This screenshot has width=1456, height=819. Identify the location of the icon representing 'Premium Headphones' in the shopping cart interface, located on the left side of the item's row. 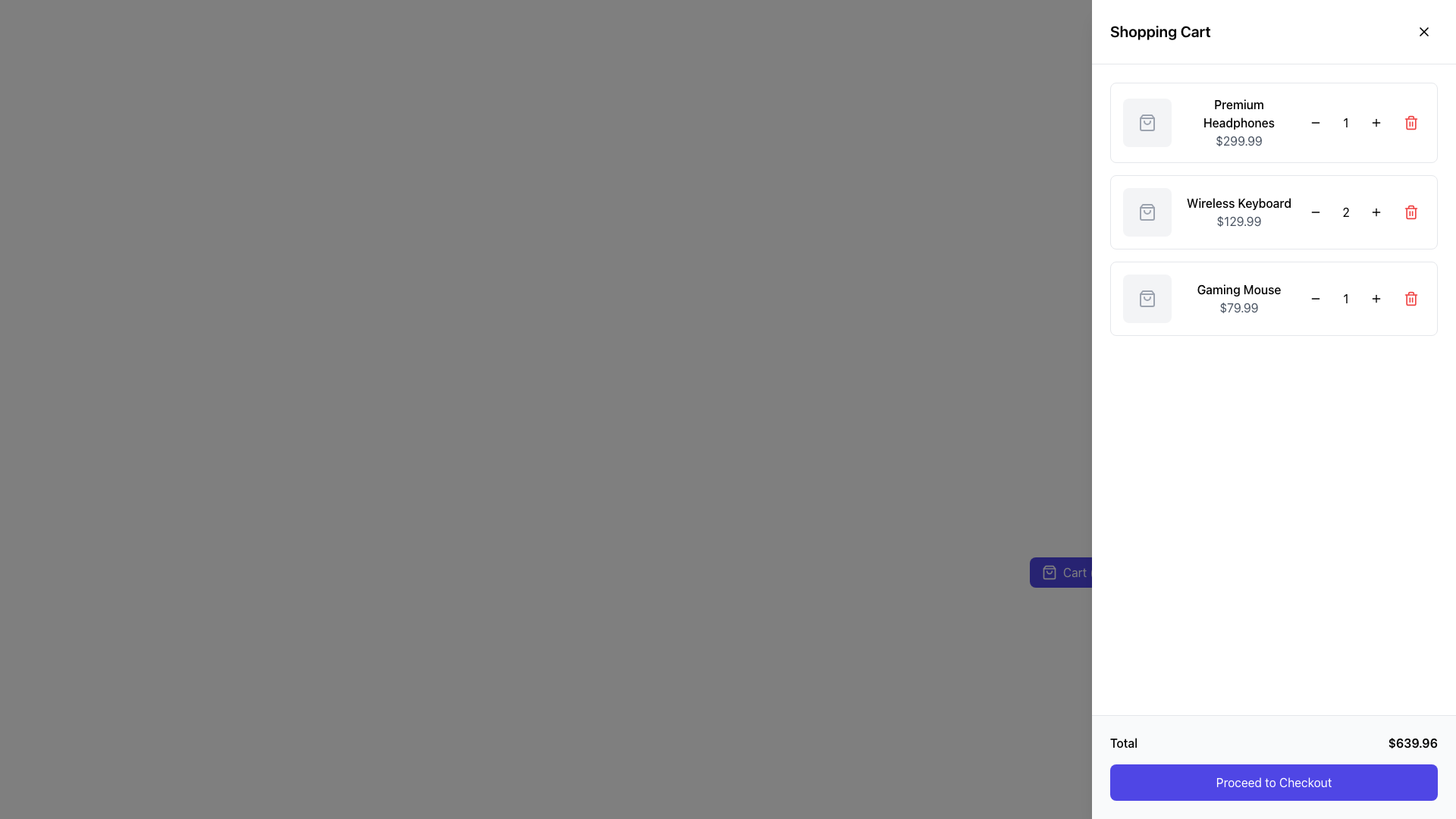
(1147, 122).